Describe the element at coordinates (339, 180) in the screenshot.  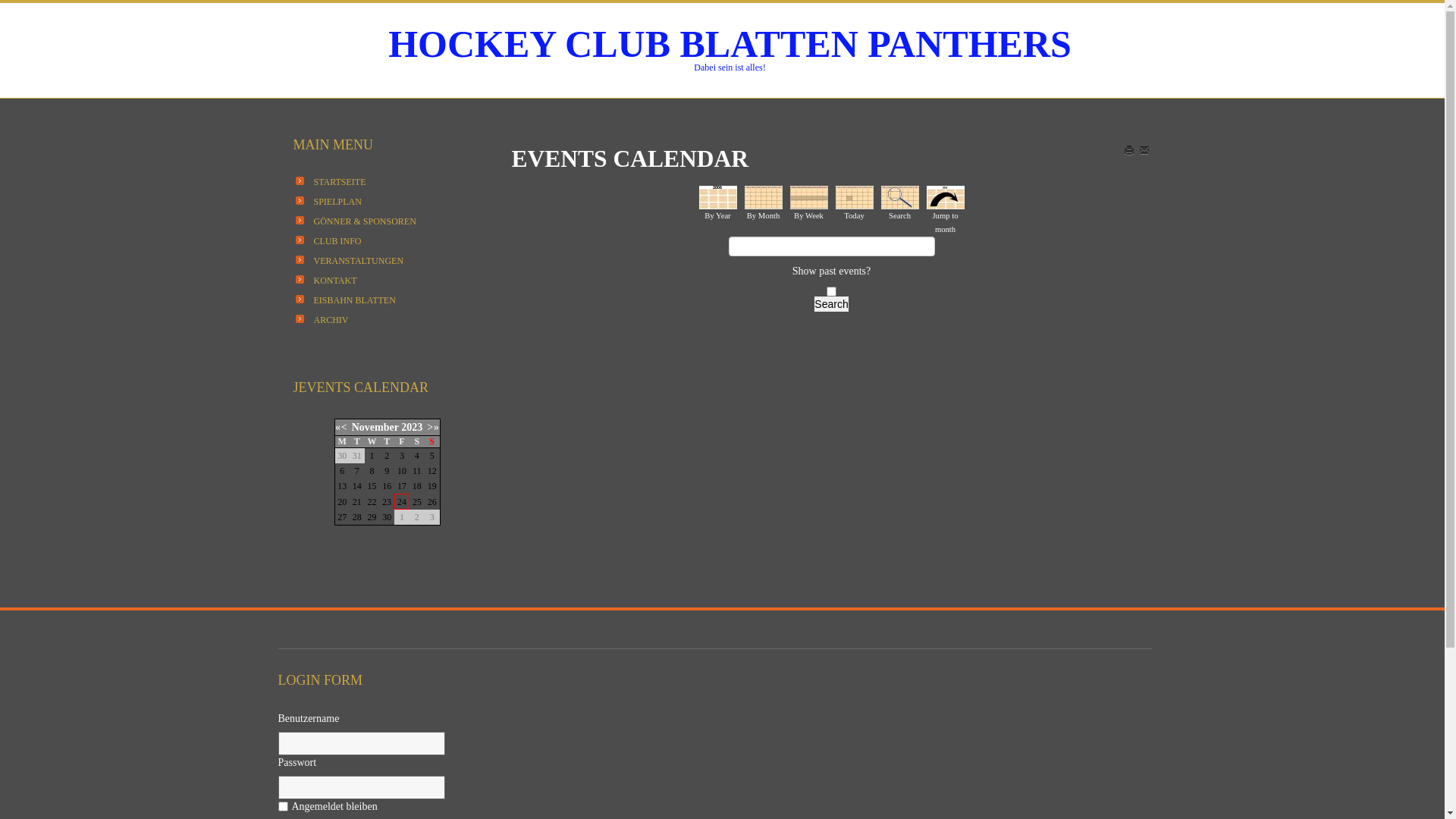
I see `'STARTSEITE'` at that location.